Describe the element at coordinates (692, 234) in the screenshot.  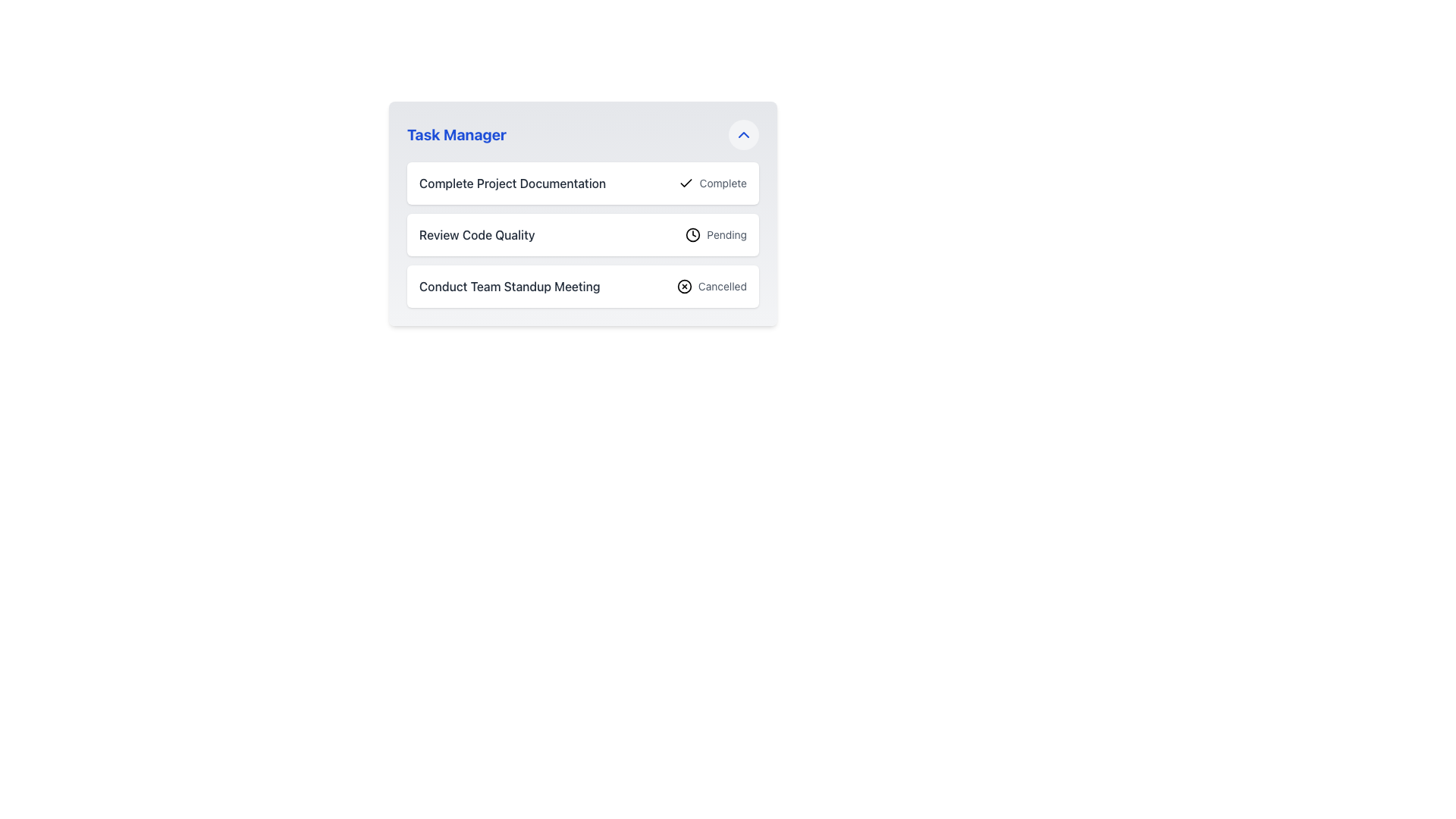
I see `the clock icon representing the 'Pending' status of the task titled 'Review Code Quality' in the task list` at that location.